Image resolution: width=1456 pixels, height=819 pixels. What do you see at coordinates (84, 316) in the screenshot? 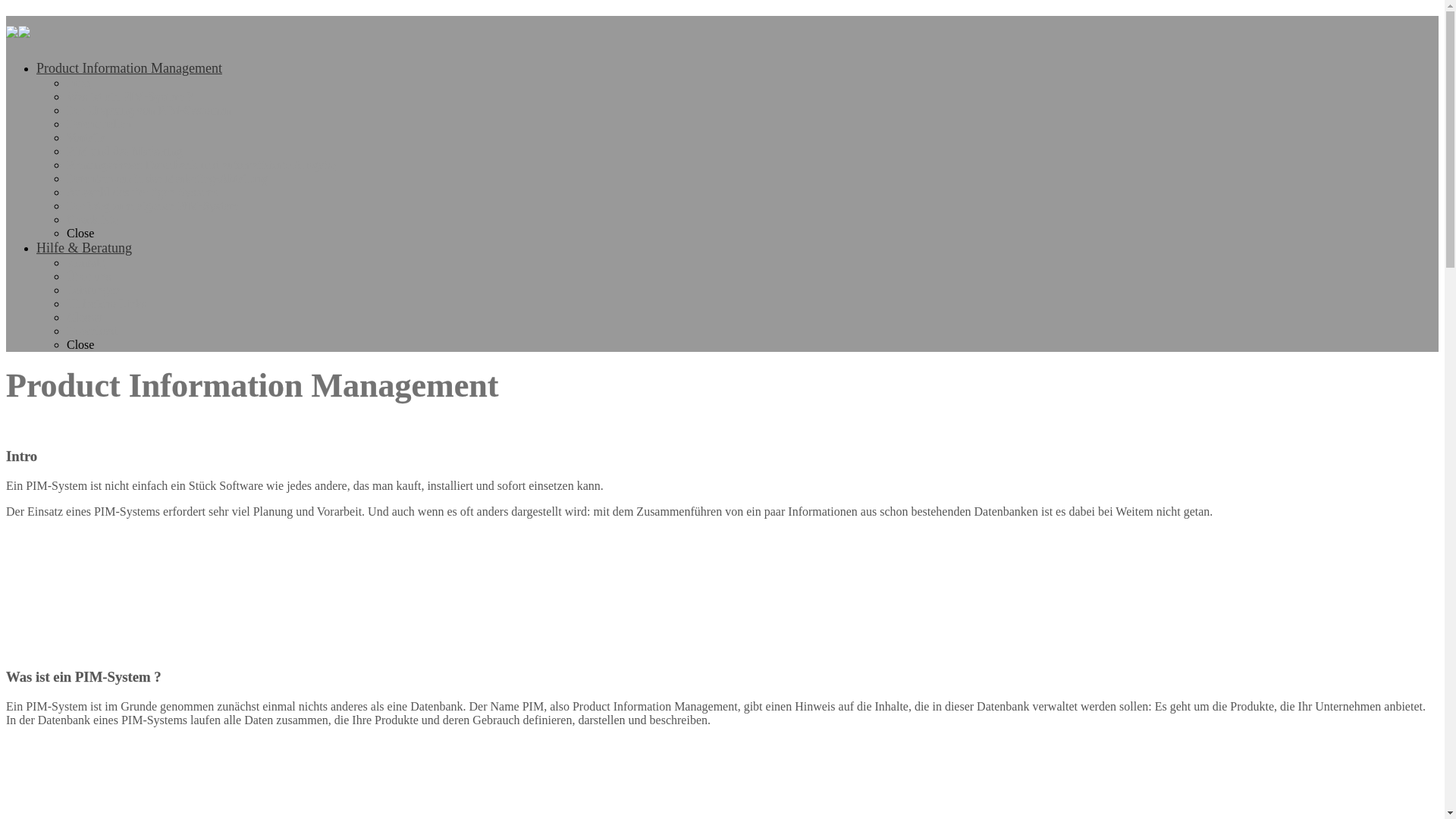
I see `'Glossar'` at bounding box center [84, 316].